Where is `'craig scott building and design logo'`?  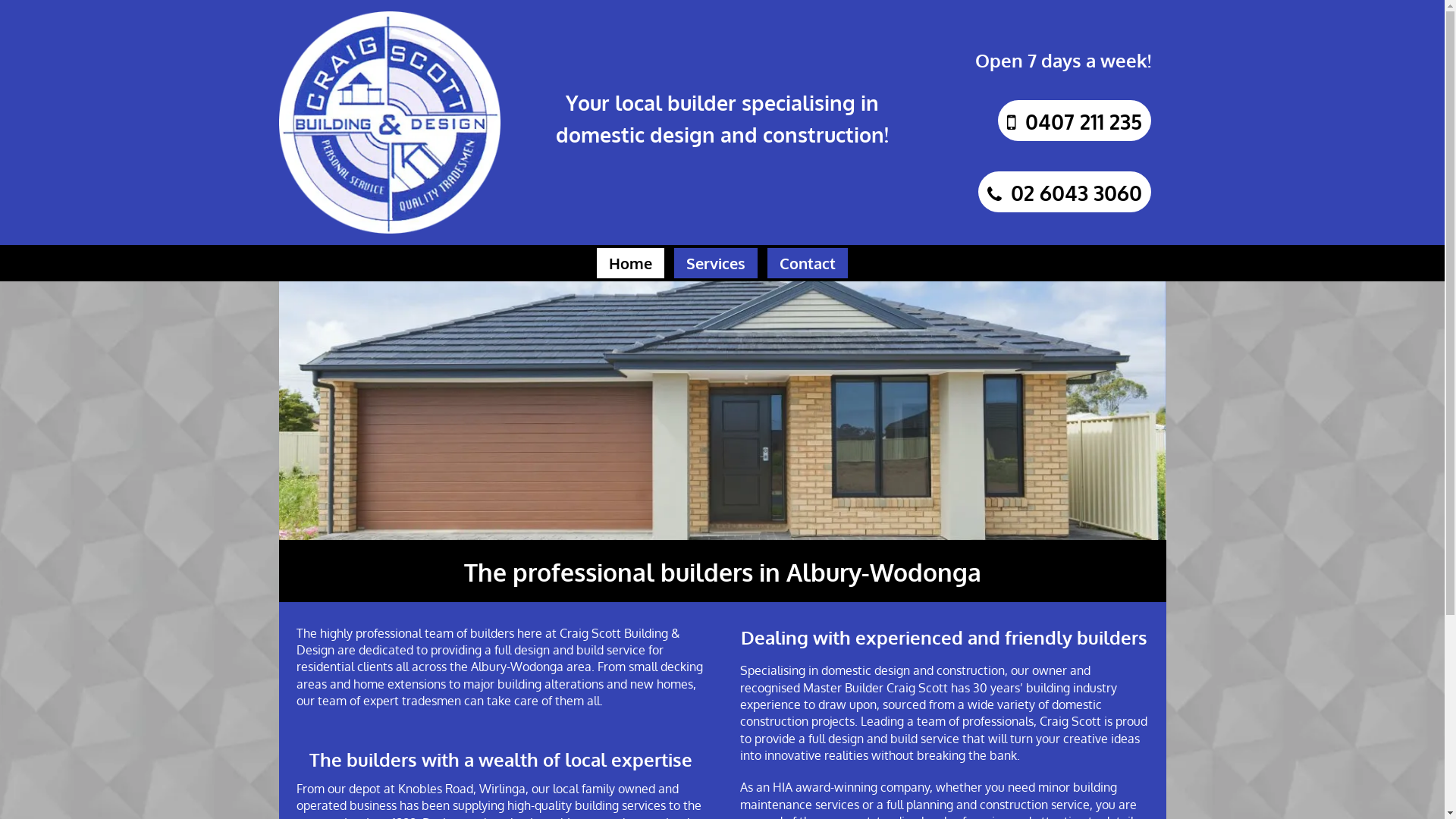 'craig scott building and design logo' is located at coordinates (279, 121).